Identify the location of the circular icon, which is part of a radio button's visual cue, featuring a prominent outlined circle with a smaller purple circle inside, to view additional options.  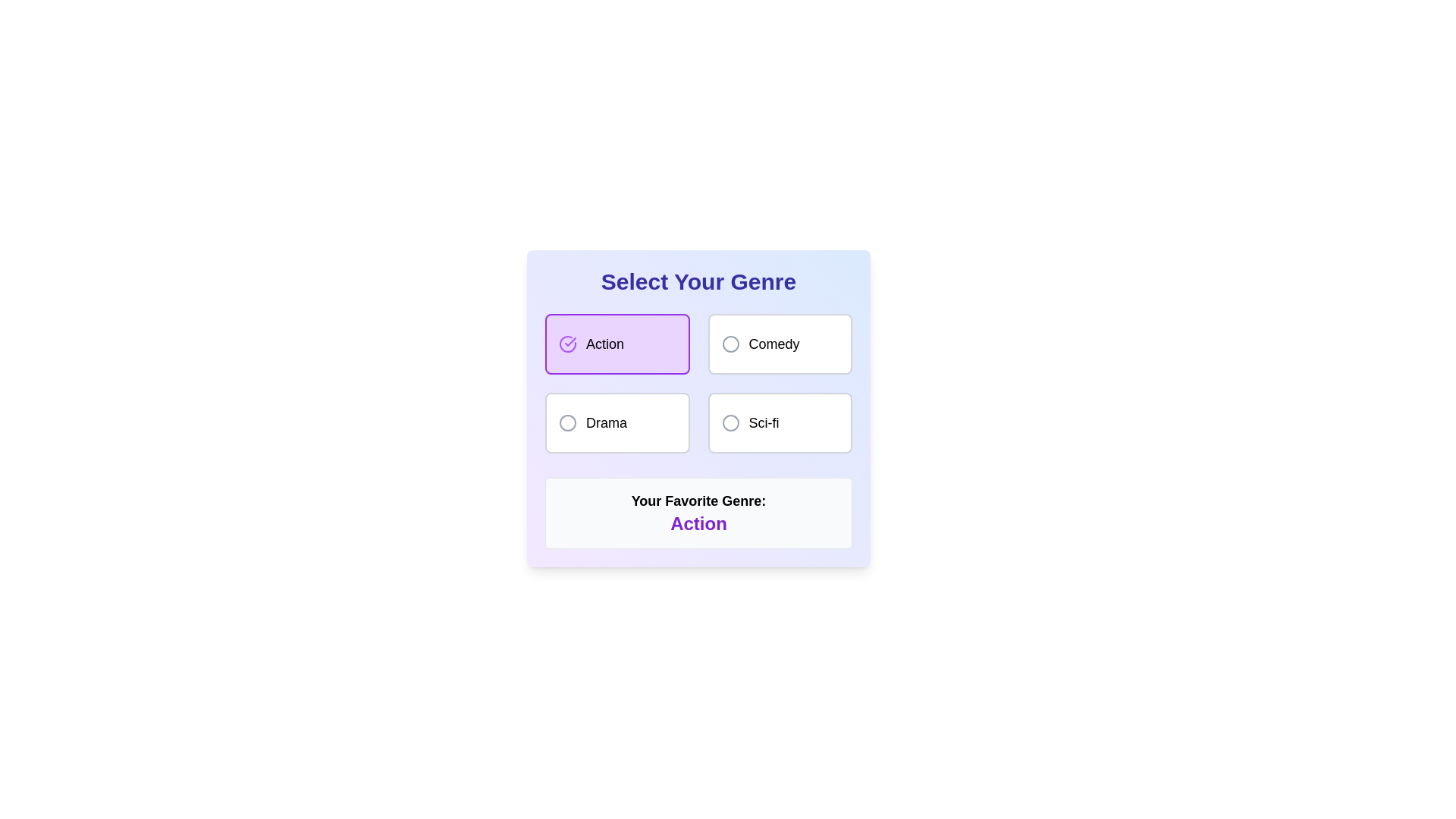
(566, 344).